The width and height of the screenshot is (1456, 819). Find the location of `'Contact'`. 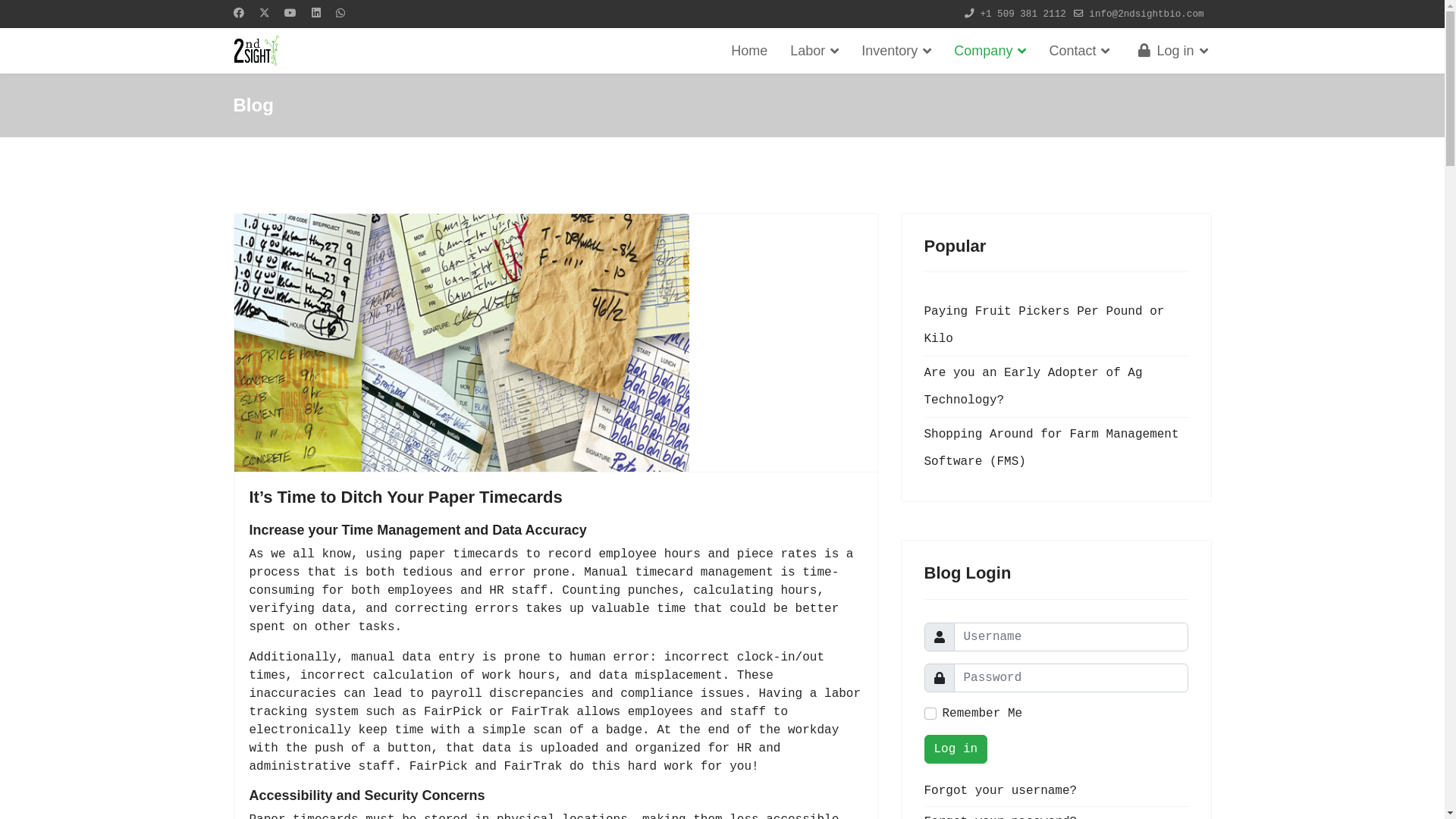

'Contact' is located at coordinates (1078, 49).